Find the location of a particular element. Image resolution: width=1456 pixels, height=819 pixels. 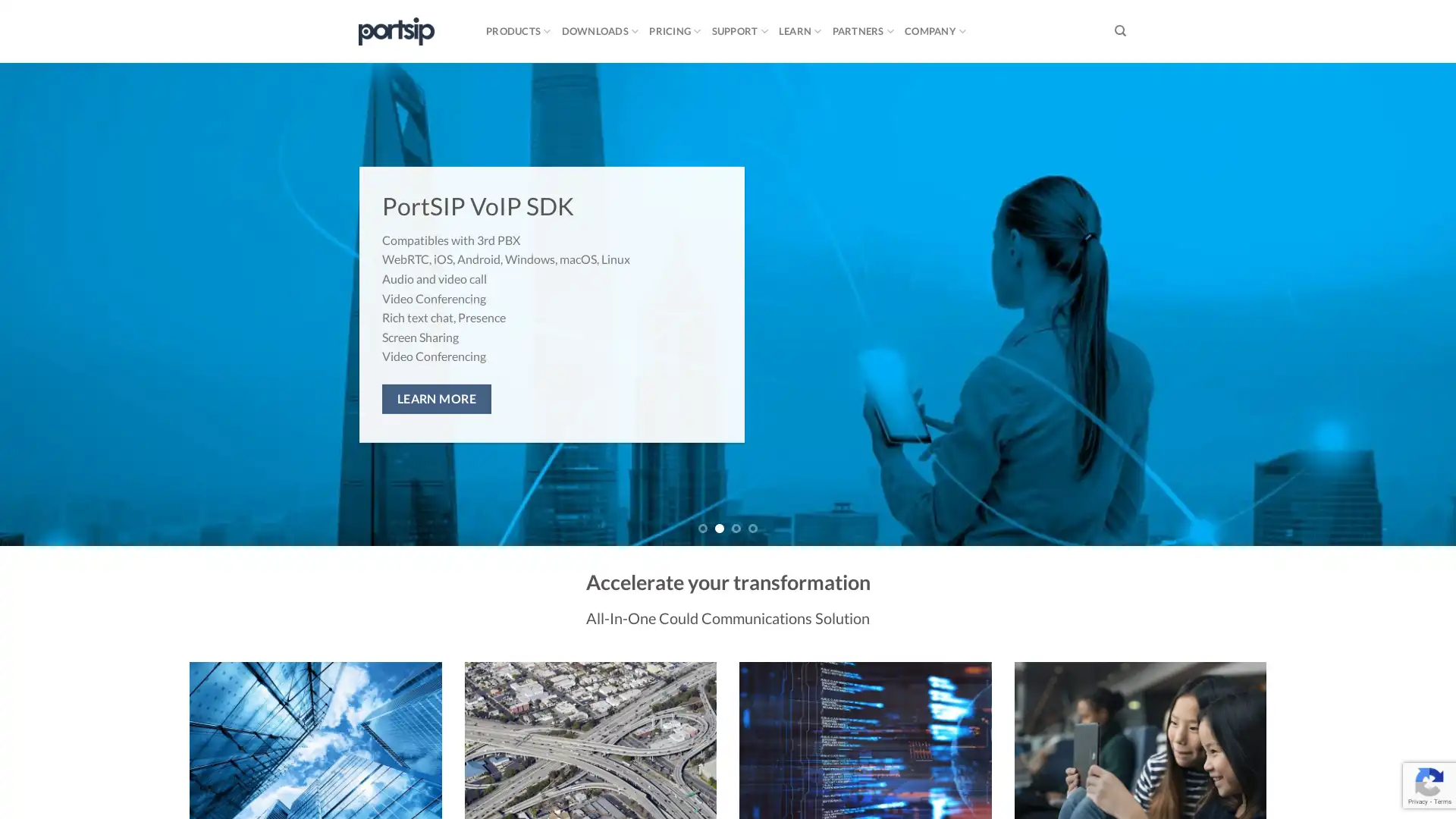

Next is located at coordinates (1407, 304).